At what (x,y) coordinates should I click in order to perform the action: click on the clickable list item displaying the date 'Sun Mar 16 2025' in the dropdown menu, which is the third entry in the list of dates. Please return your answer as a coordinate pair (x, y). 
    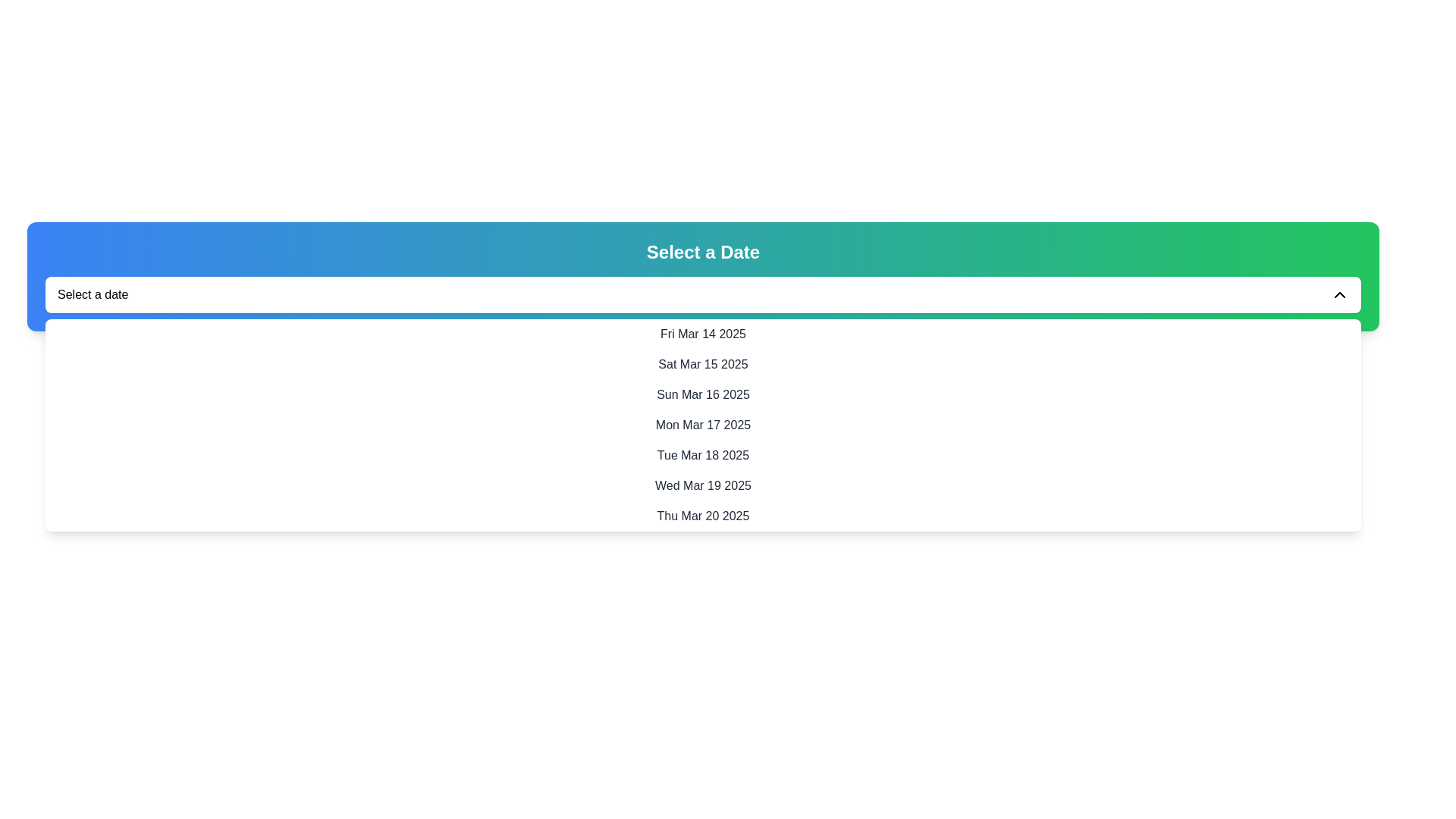
    Looking at the image, I should click on (702, 394).